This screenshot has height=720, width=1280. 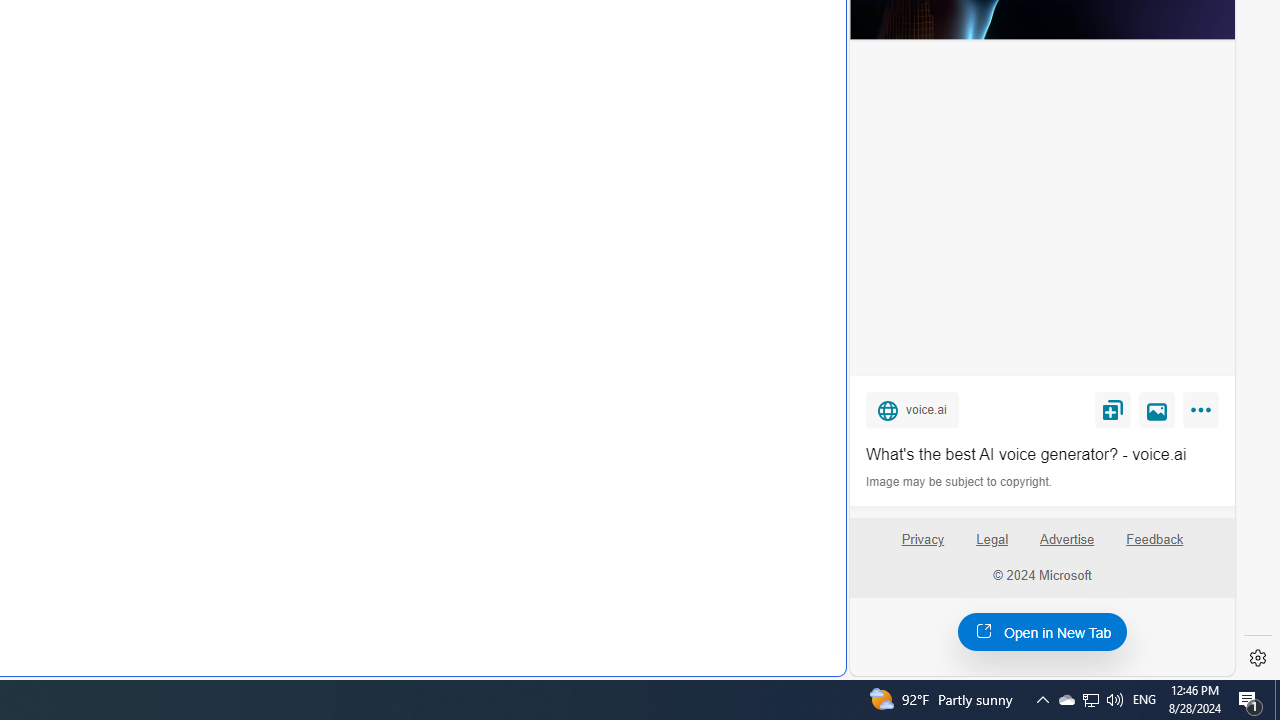 I want to click on 'Privacy', so click(x=921, y=538).